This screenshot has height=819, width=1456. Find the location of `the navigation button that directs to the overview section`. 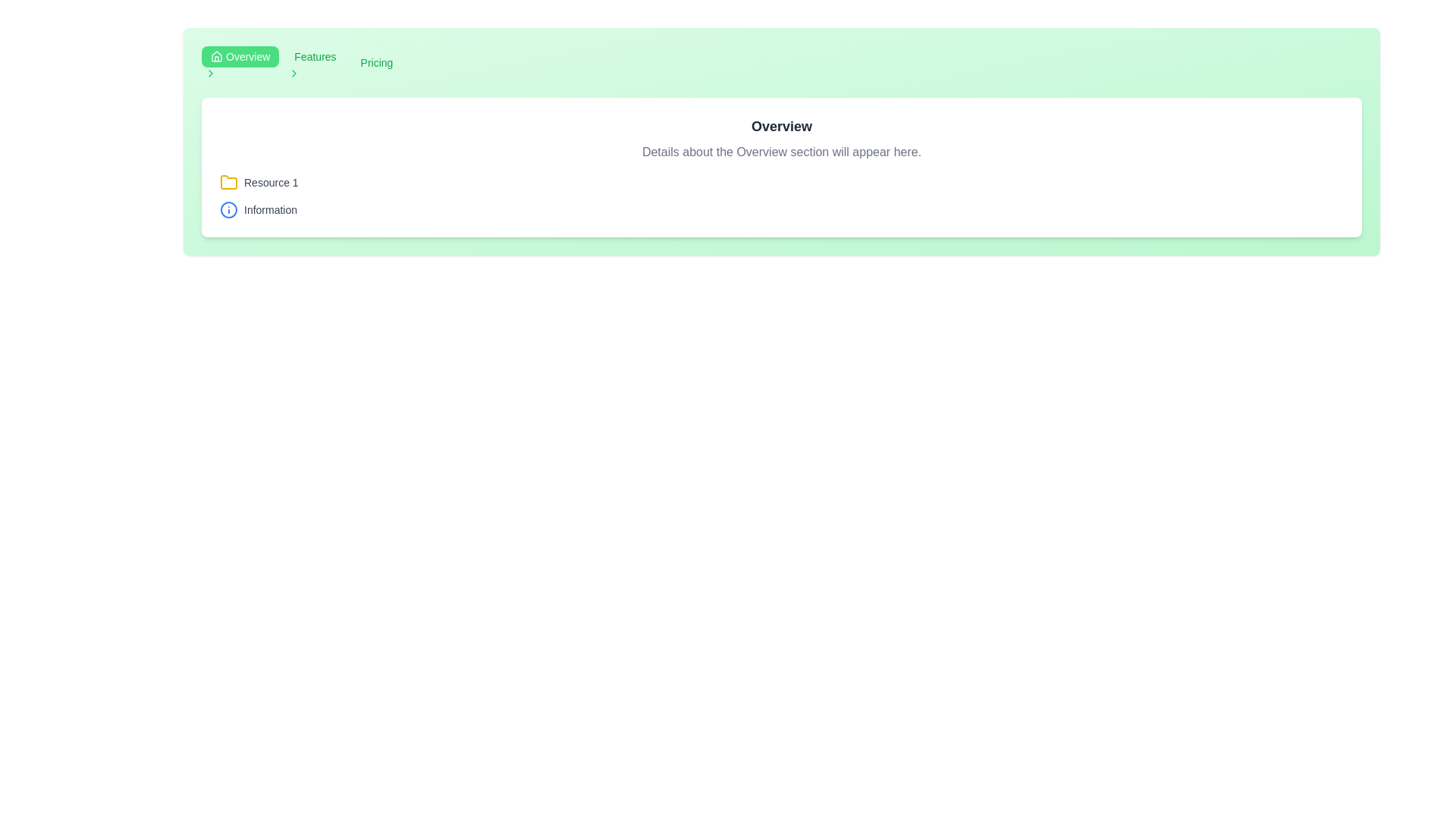

the navigation button that directs to the overview section is located at coordinates (240, 62).